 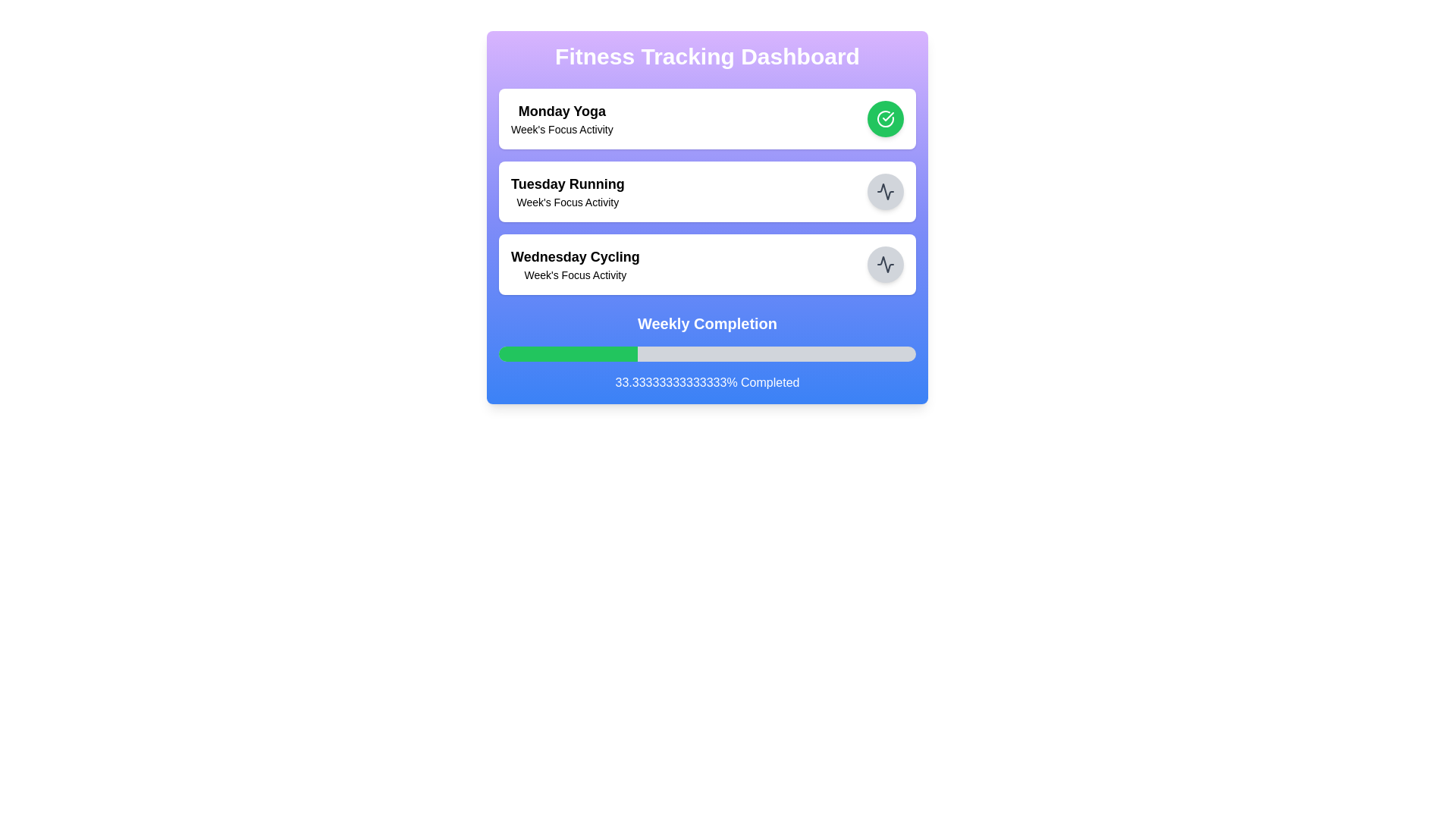 What do you see at coordinates (561, 128) in the screenshot?
I see `the descriptive text label located beneath the bold 'Monday Yoga' text in the first activity card` at bounding box center [561, 128].